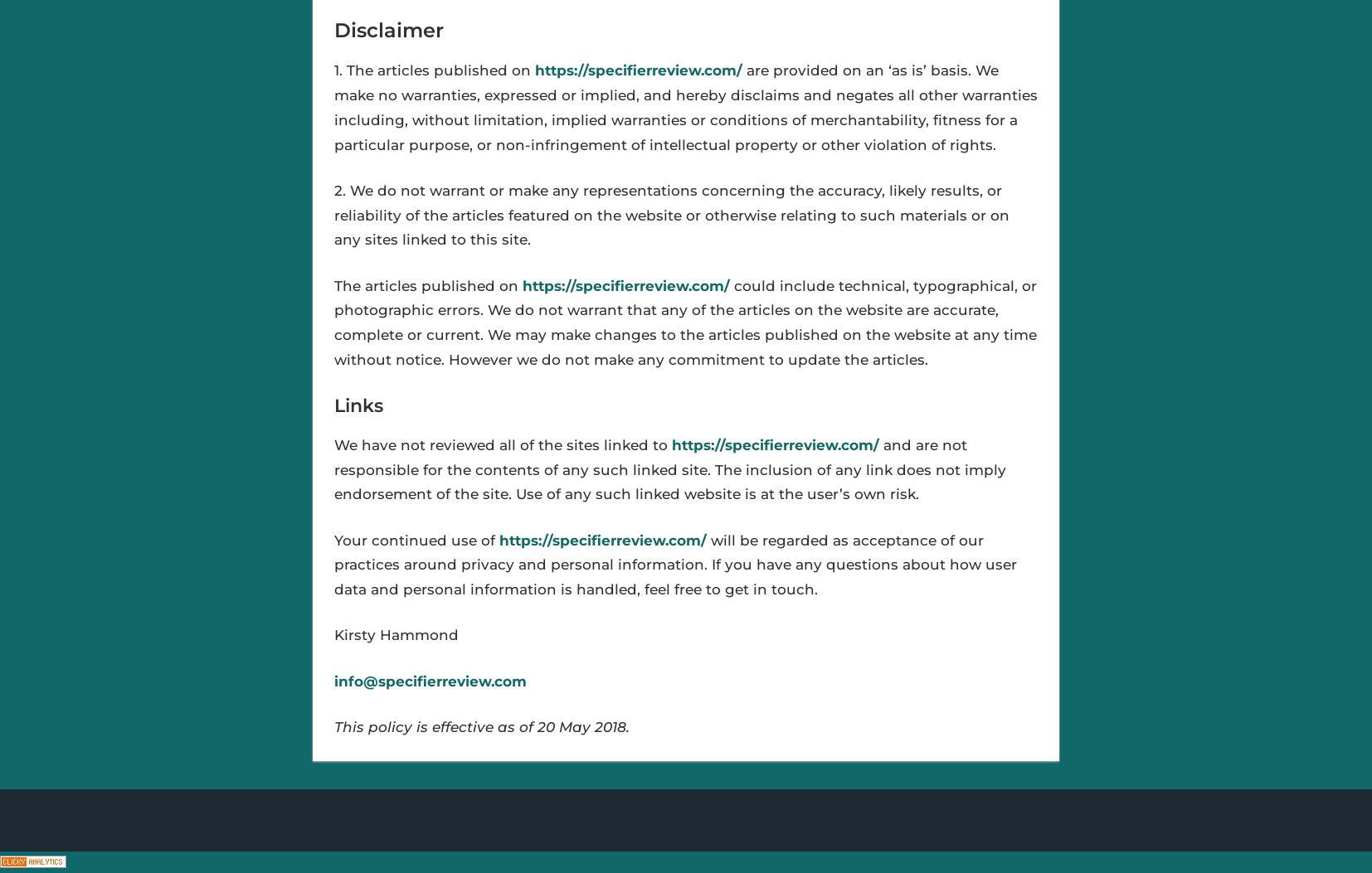 This screenshot has height=873, width=1372. What do you see at coordinates (502, 443) in the screenshot?
I see `'We have not reviewed all of the sites linked to'` at bounding box center [502, 443].